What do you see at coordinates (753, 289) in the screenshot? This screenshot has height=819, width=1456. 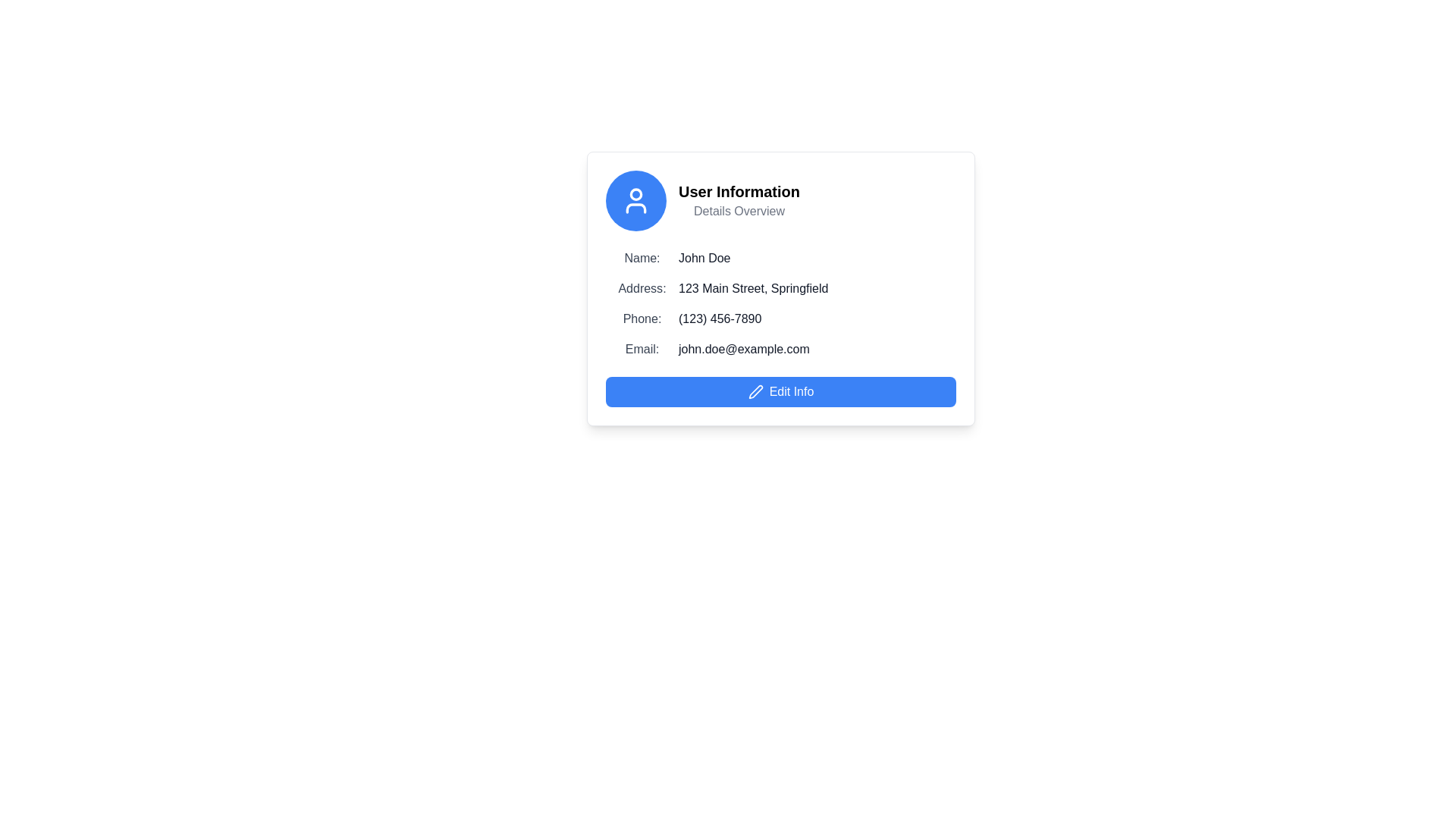 I see `the text label displaying the address '123 Main Street, Springfield', which is located in the 'User Information' section of the card, positioned to the right of the label 'Address:'` at bounding box center [753, 289].